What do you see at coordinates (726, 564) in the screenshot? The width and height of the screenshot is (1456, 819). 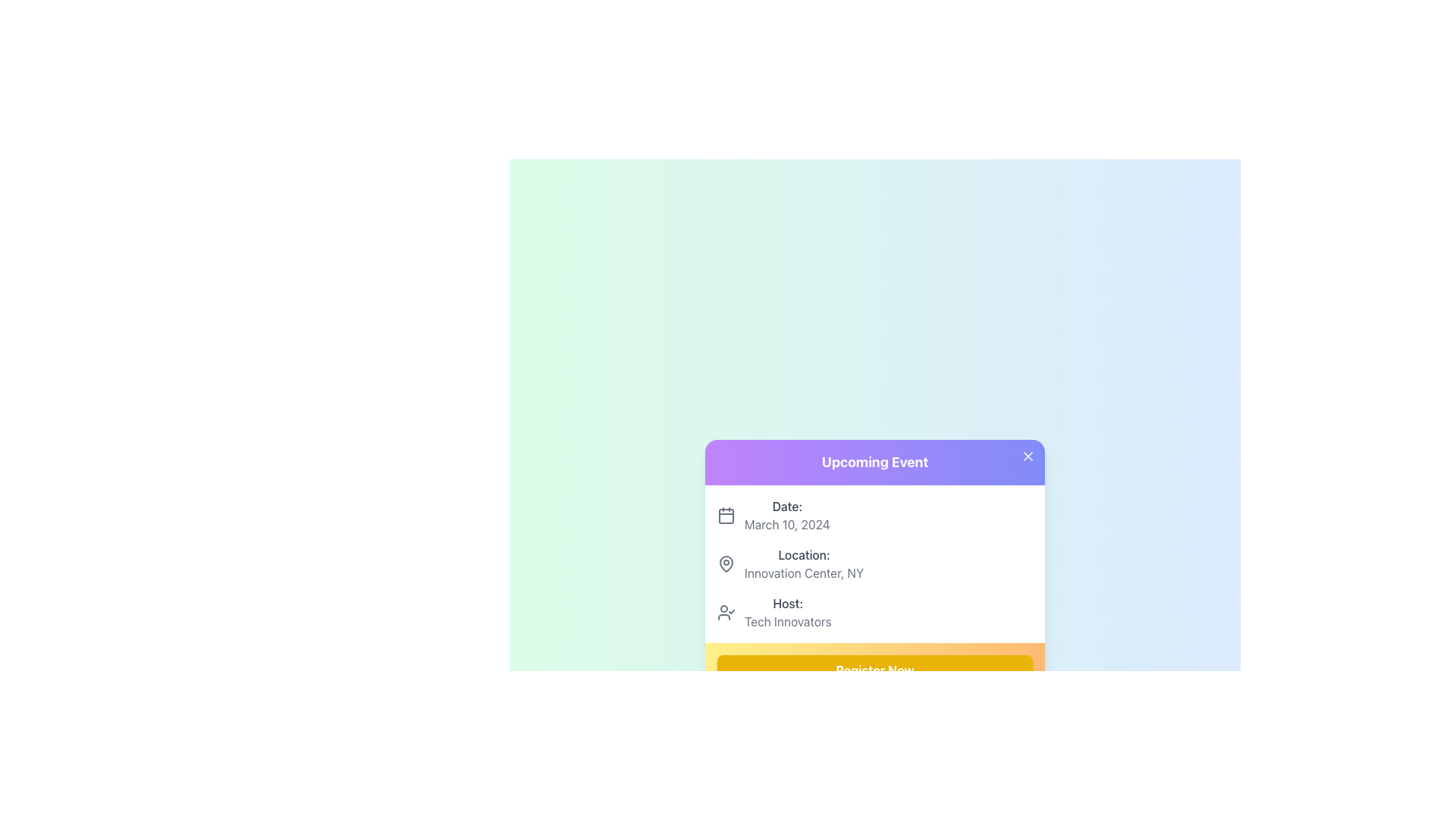 I see `the pin icon that visually represents the location information in the event details card, positioned to the left of the 'Location:' label` at bounding box center [726, 564].